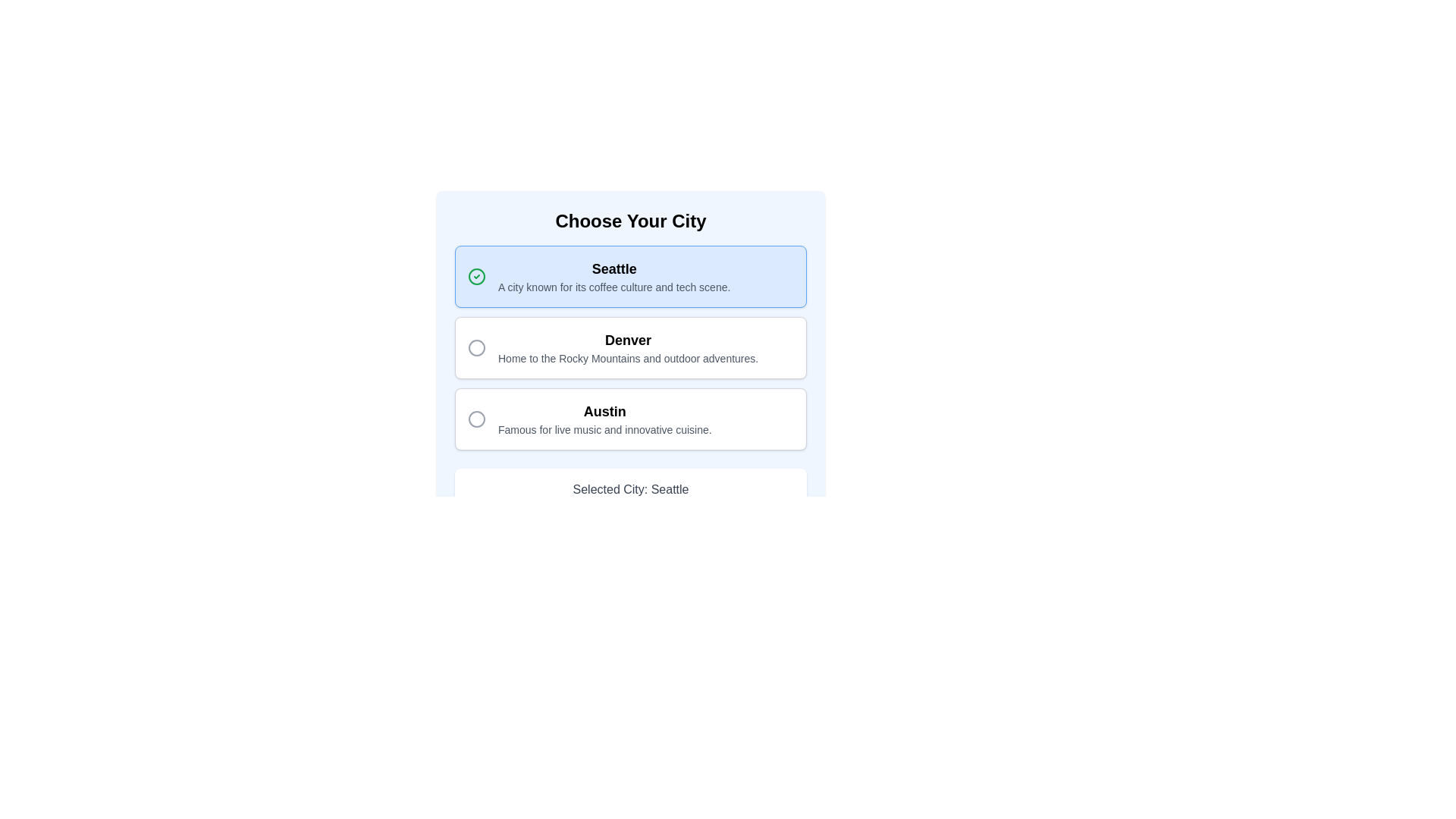  What do you see at coordinates (475, 348) in the screenshot?
I see `the radio button for the city option 'Denver' located in the 'Choose Your City' card interface` at bounding box center [475, 348].